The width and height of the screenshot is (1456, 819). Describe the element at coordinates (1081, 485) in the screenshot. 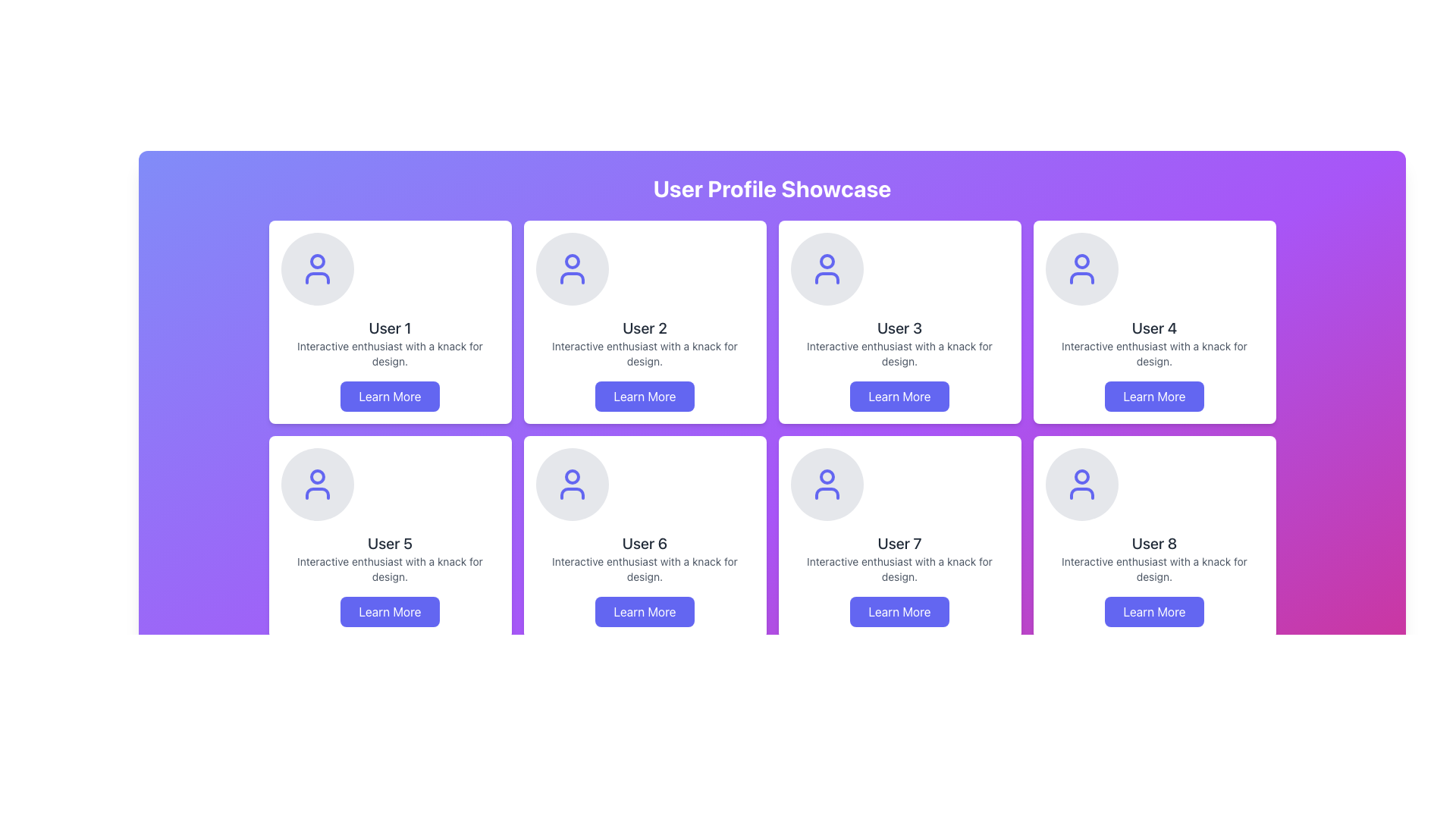

I see `the user profile SVG icon located in the bottom-right card labeled 'User 8', which is centered at the top of the card above the text and button components` at that location.